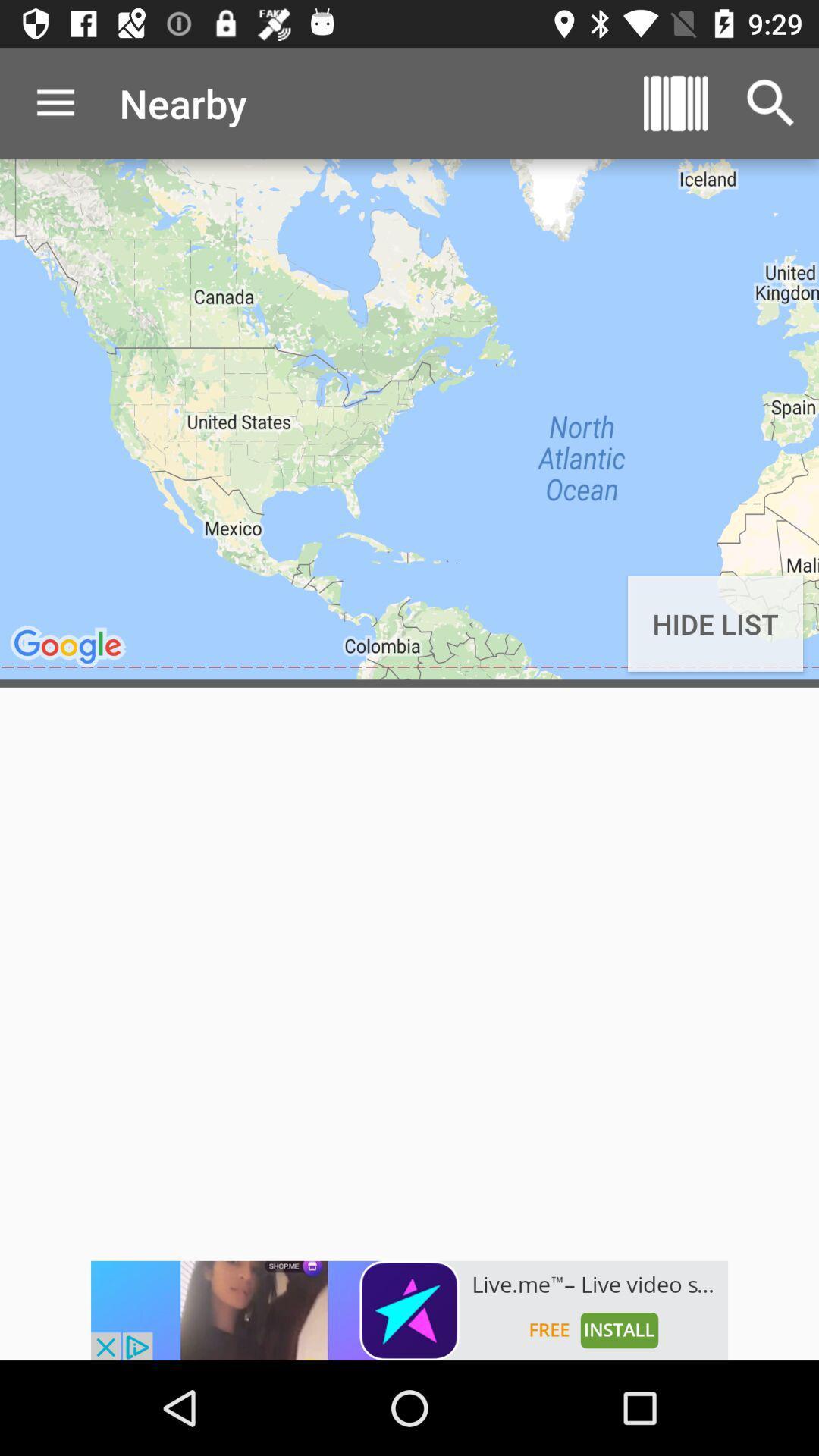 Image resolution: width=819 pixels, height=1456 pixels. I want to click on advertising partner, so click(409, 1310).